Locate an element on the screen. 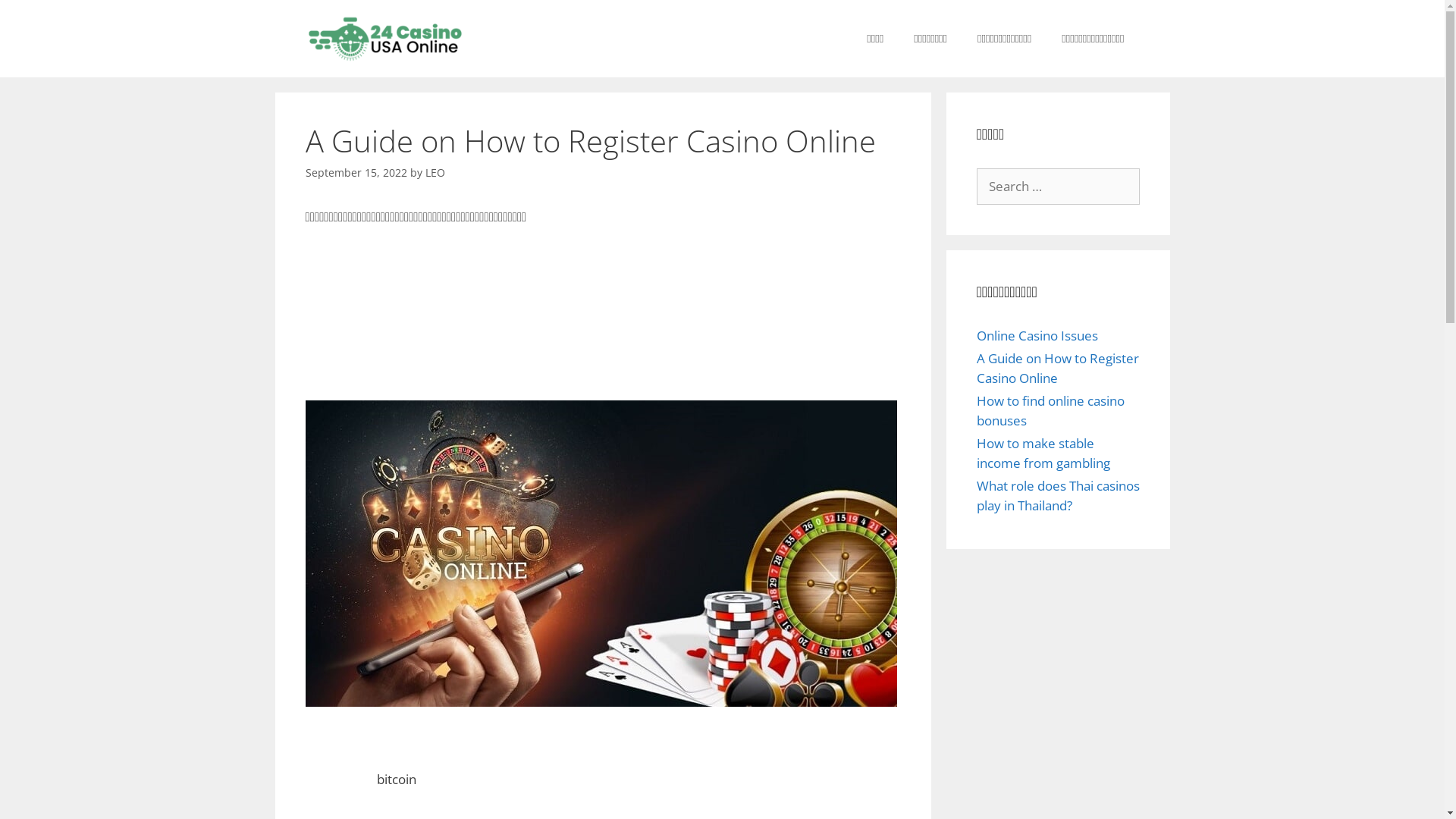  'How to make stable income from gambling' is located at coordinates (1043, 452).